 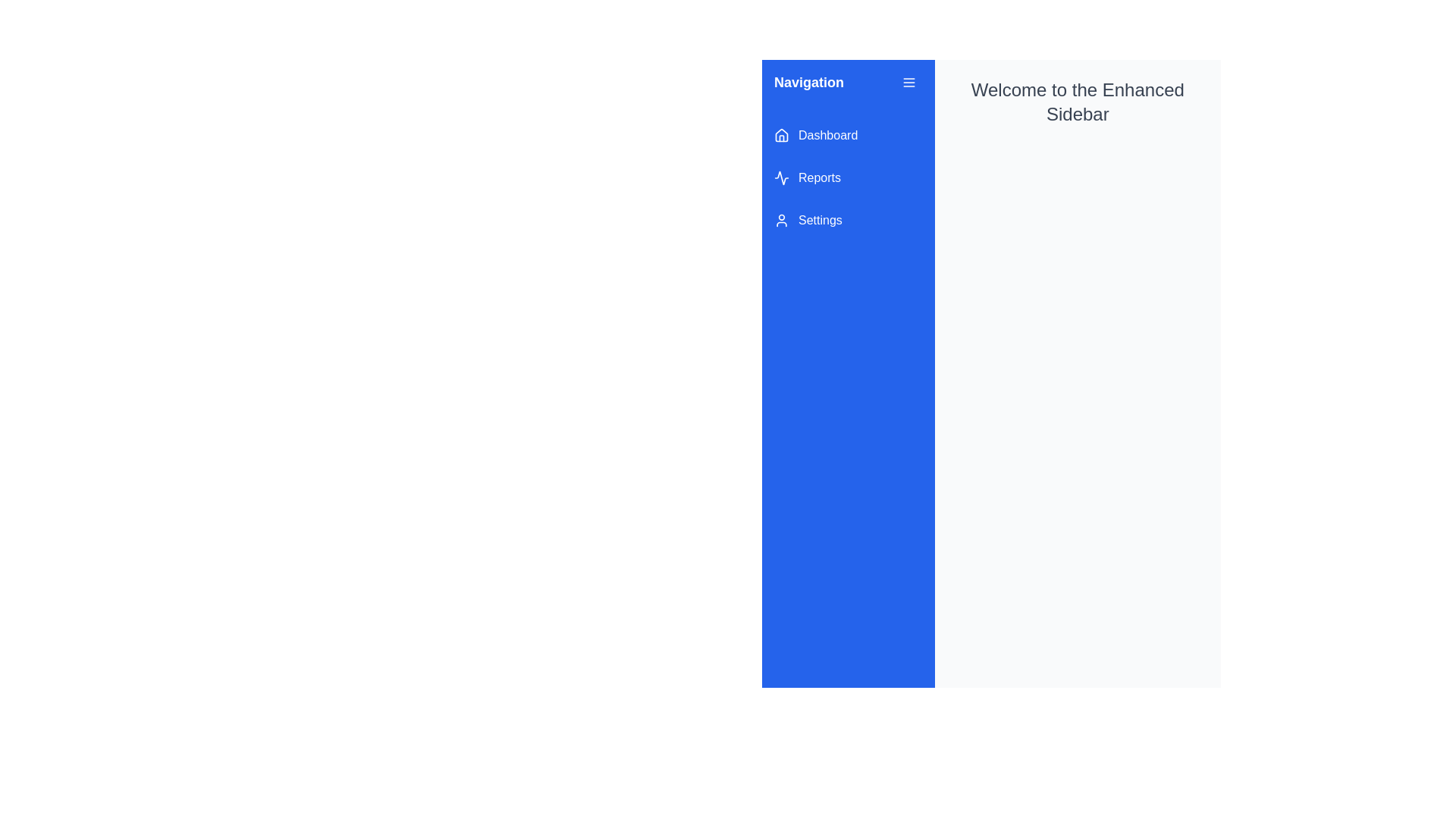 What do you see at coordinates (1077, 102) in the screenshot?
I see `heading text that says 'Welcome to the Enhanced Sidebar', which is prominently displayed in the upper section of the right content area, adjacent to the blue navigation bar` at bounding box center [1077, 102].